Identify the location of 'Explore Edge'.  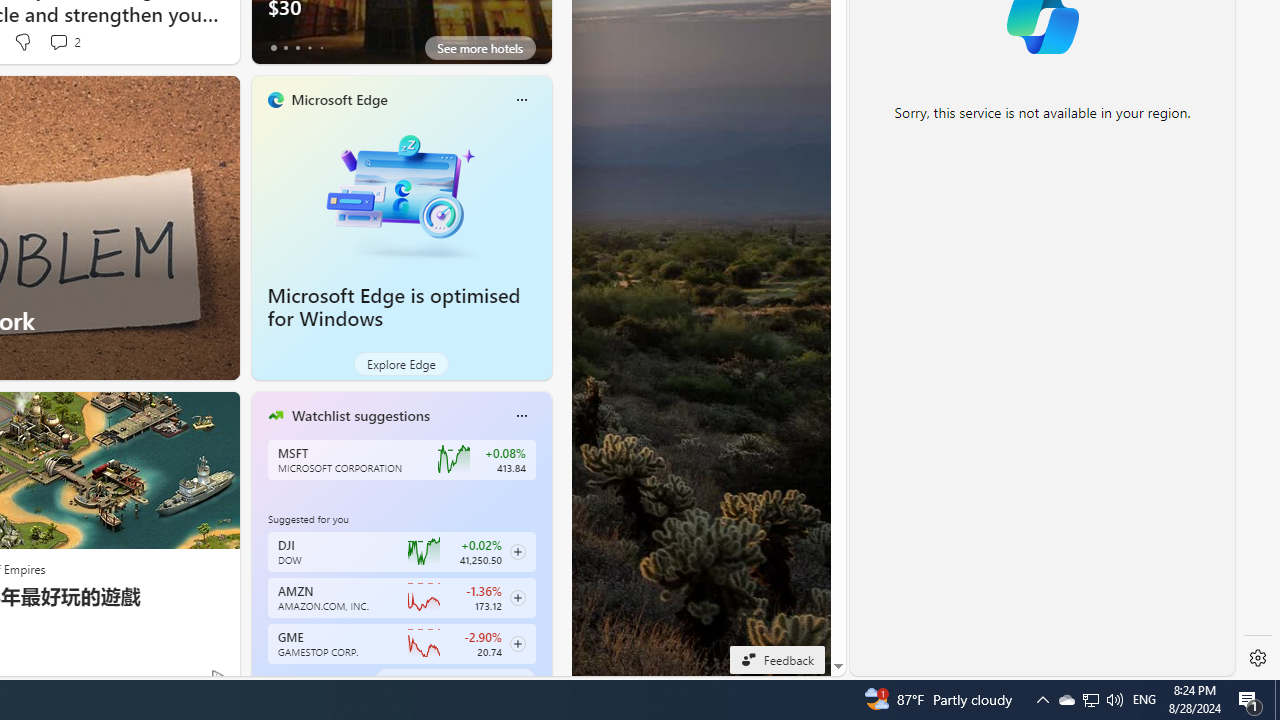
(400, 363).